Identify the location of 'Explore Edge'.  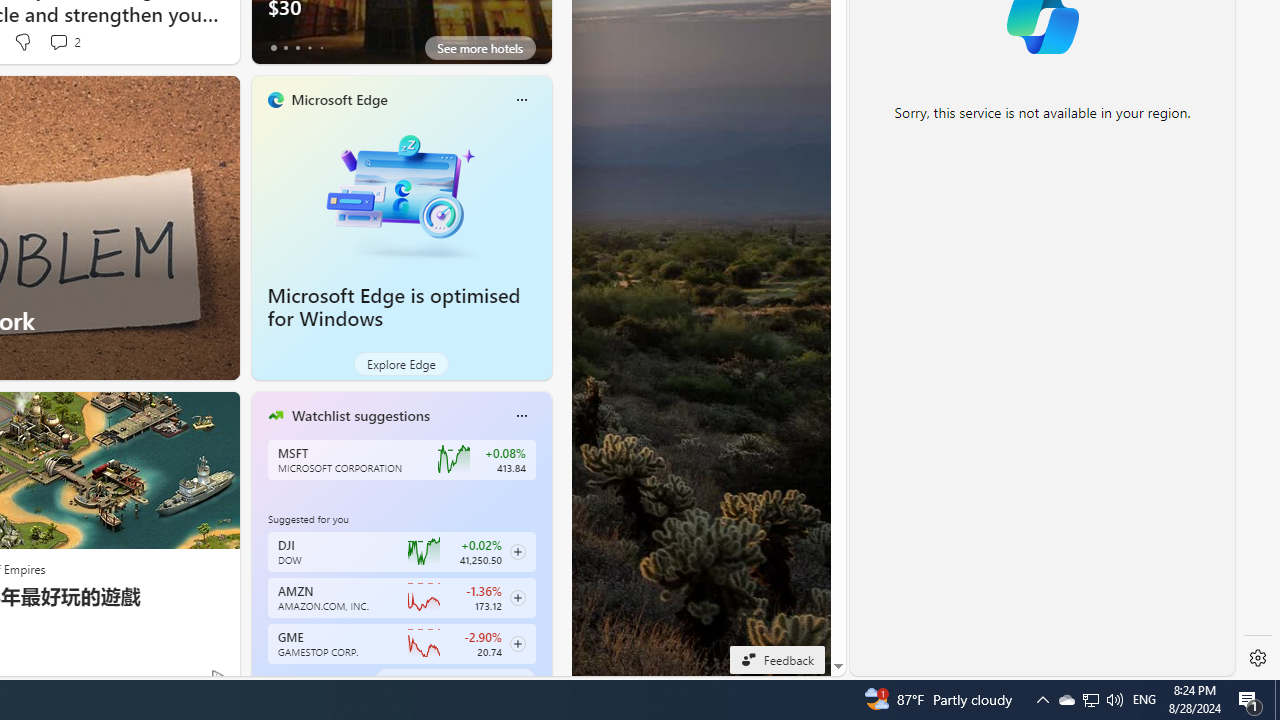
(400, 363).